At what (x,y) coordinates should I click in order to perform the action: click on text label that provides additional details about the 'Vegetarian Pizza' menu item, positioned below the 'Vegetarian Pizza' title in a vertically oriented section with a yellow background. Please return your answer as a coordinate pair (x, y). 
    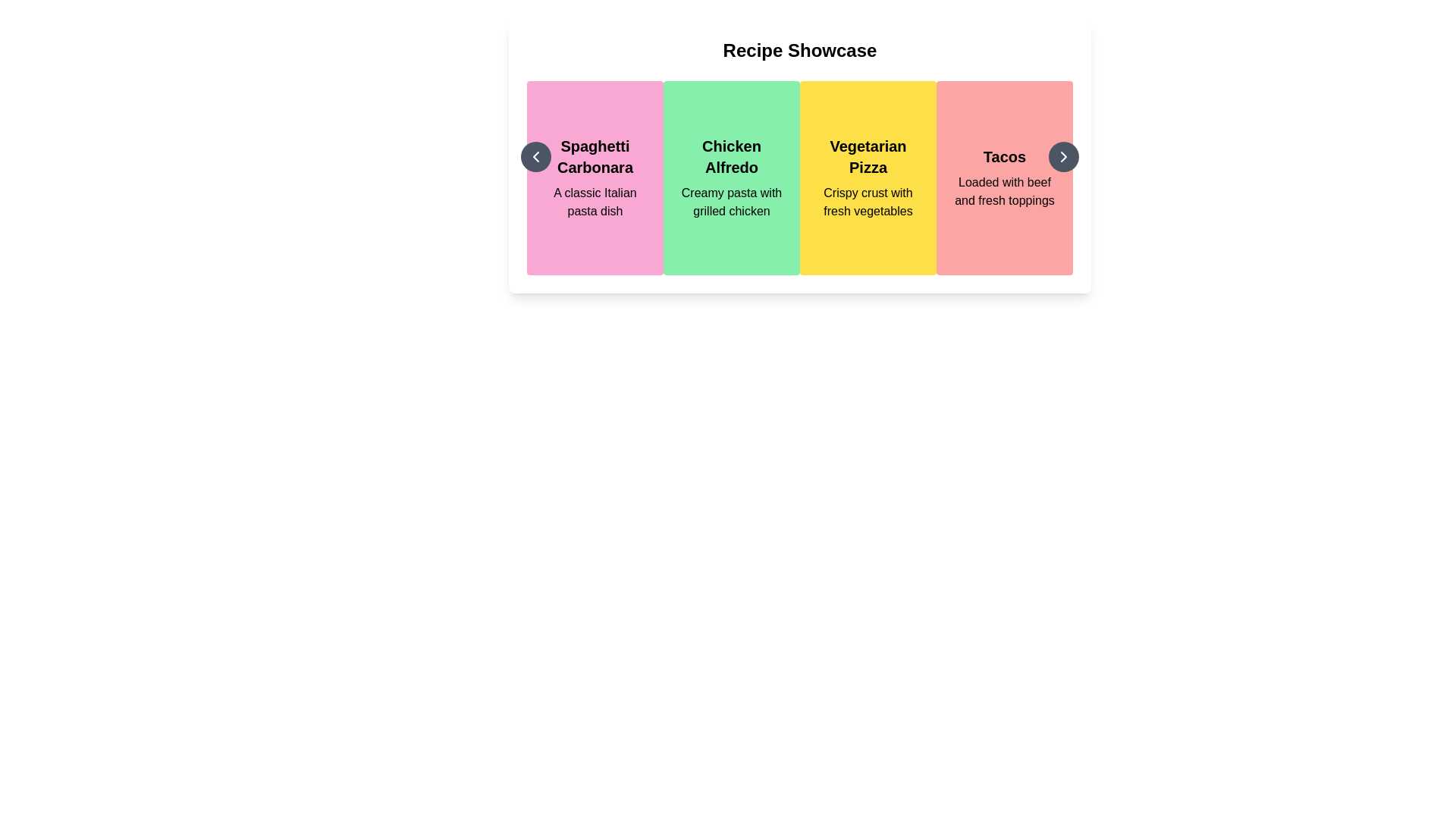
    Looking at the image, I should click on (868, 201).